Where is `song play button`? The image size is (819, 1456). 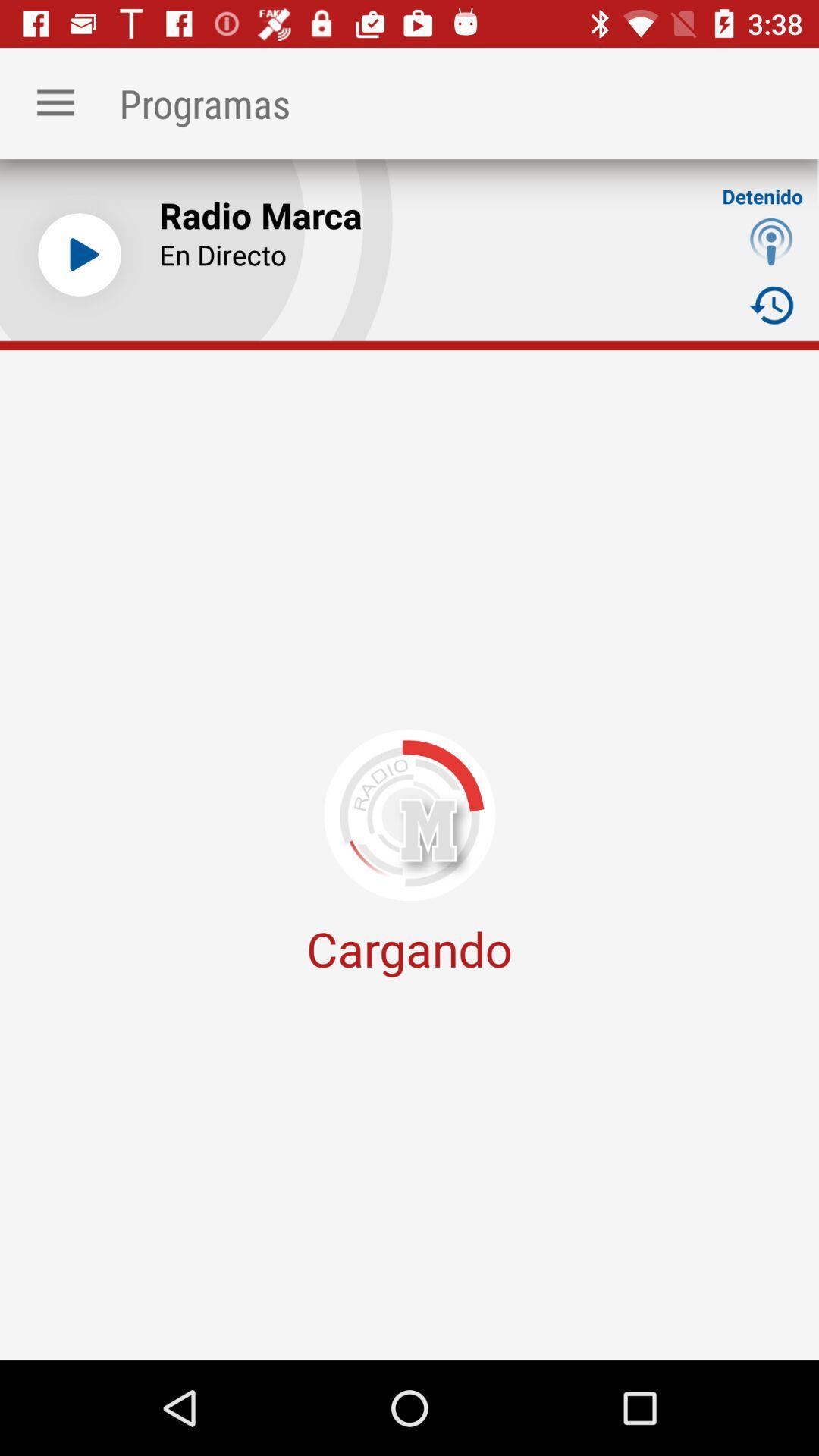
song play button is located at coordinates (79, 255).